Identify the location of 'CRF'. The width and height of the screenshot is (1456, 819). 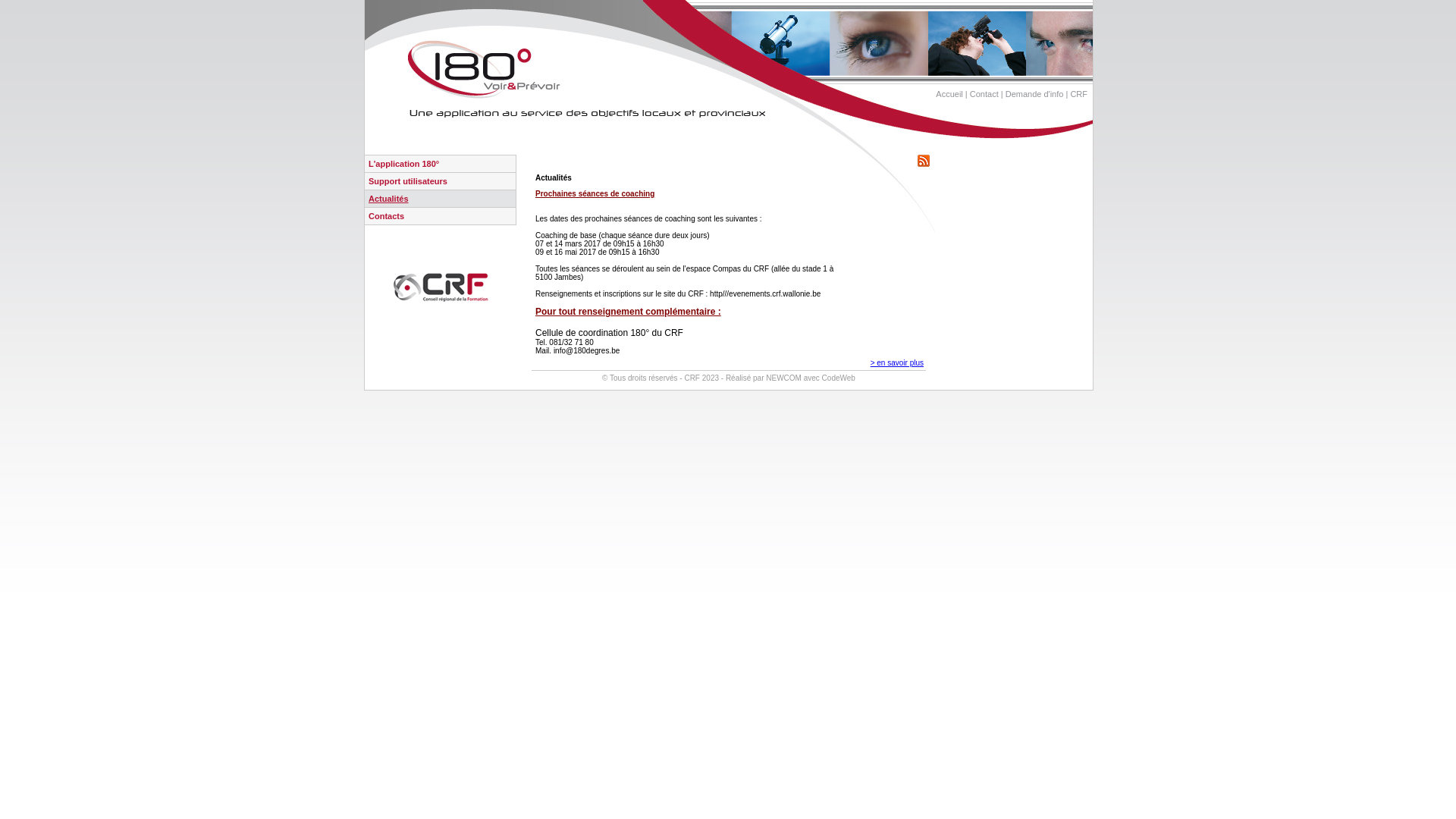
(1078, 93).